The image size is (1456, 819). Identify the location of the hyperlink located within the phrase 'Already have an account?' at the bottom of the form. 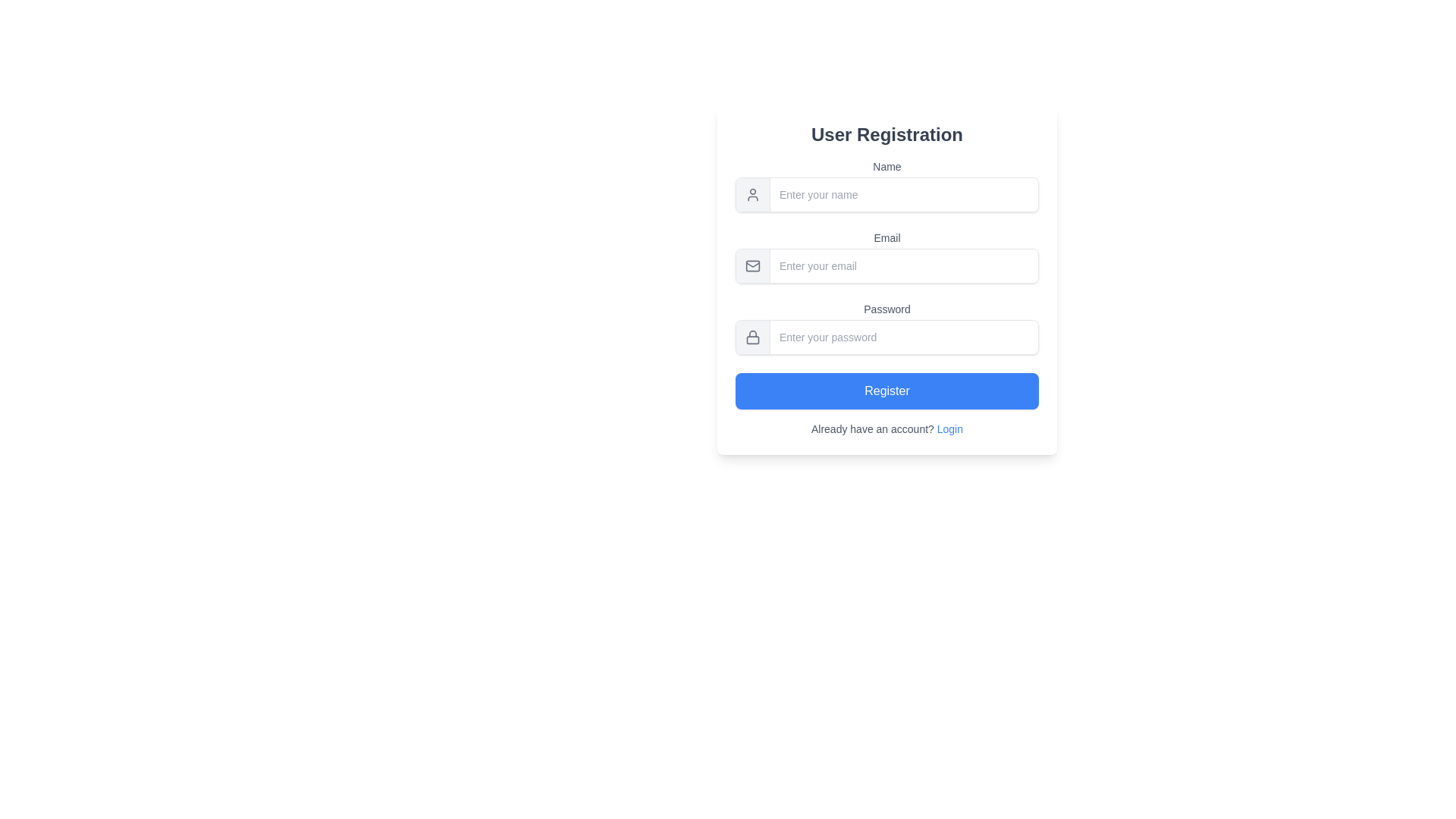
(949, 429).